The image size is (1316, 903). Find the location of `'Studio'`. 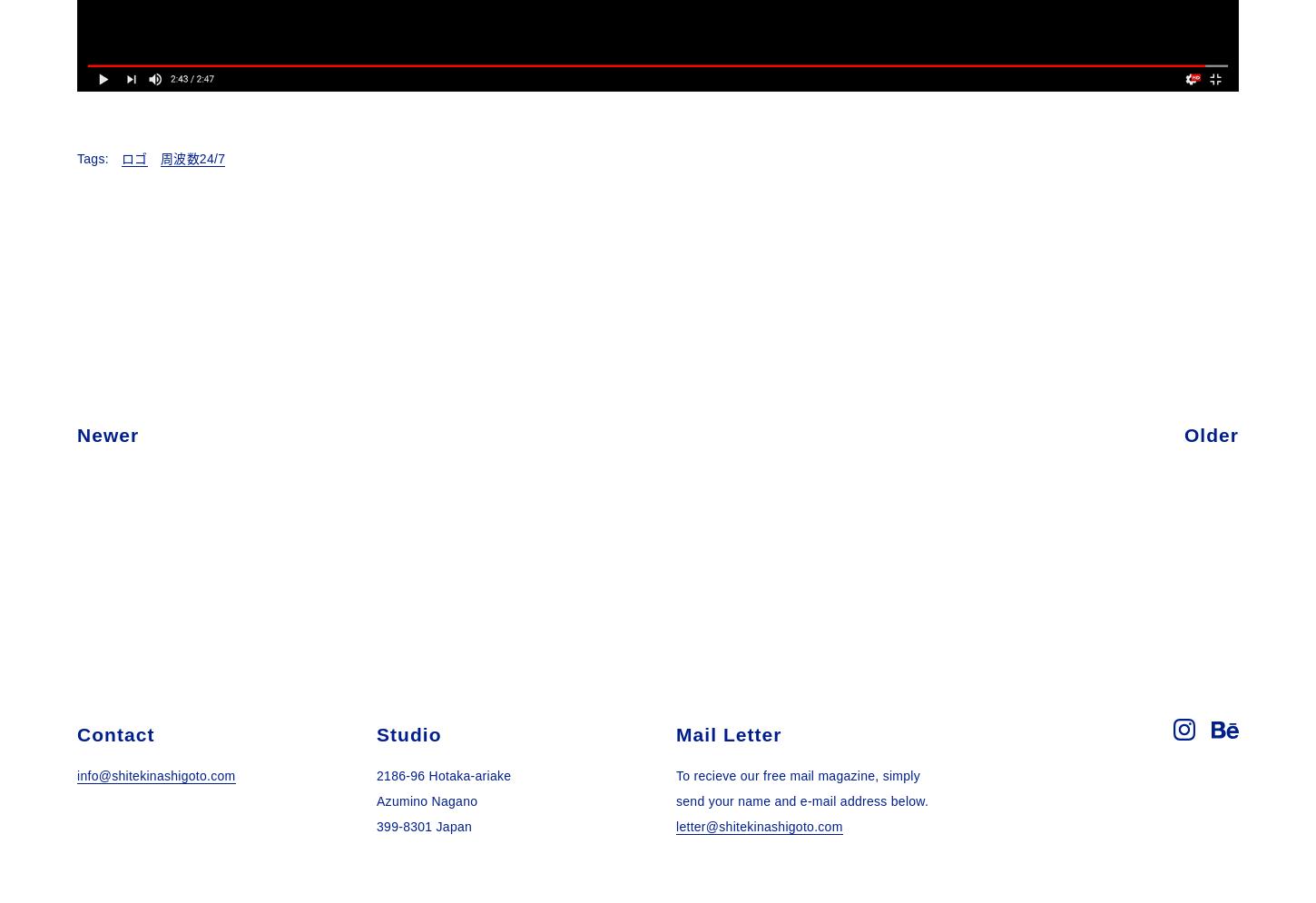

'Studio' is located at coordinates (375, 732).